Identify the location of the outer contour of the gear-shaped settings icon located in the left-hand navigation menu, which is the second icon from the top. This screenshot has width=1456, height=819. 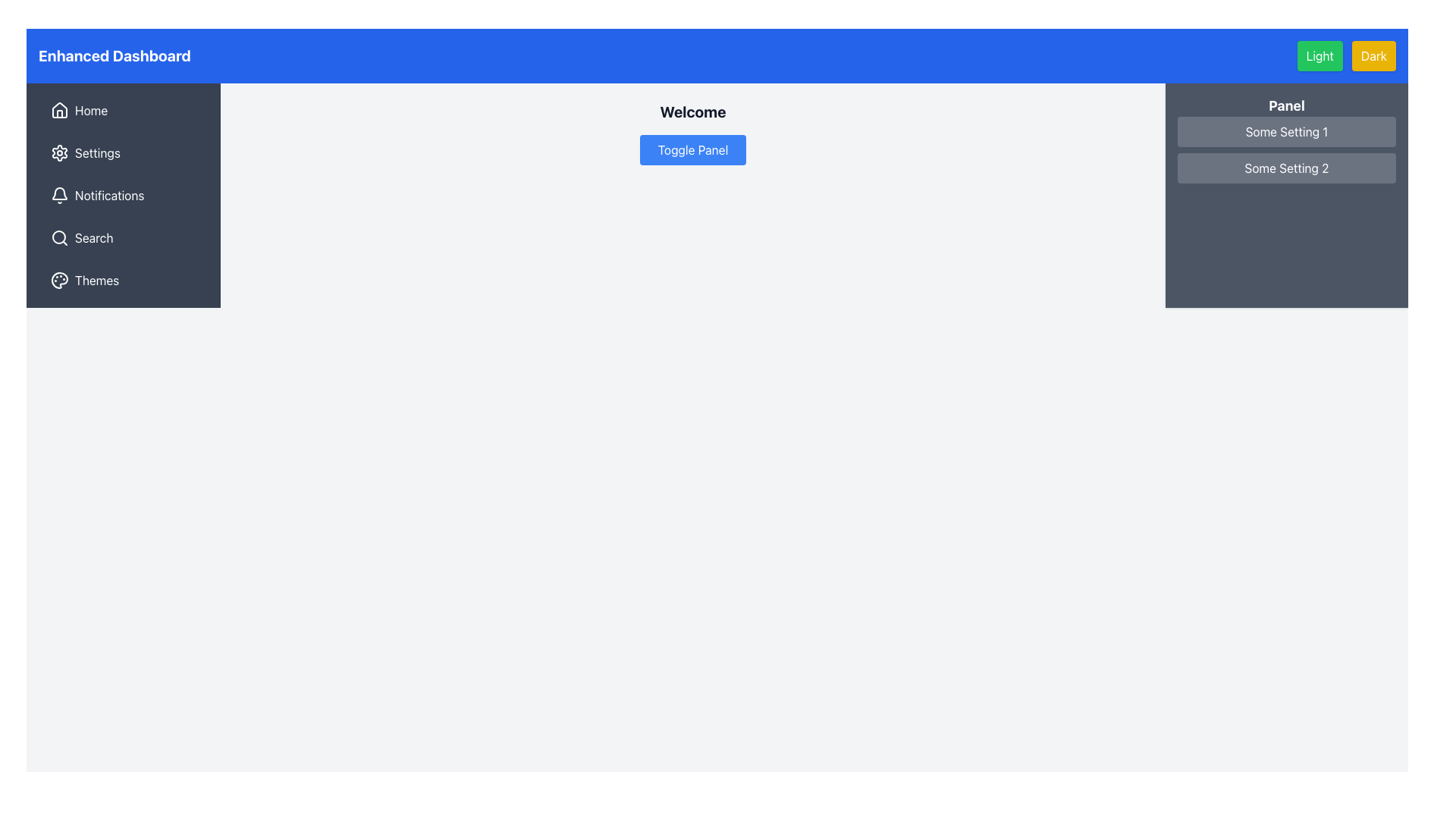
(59, 152).